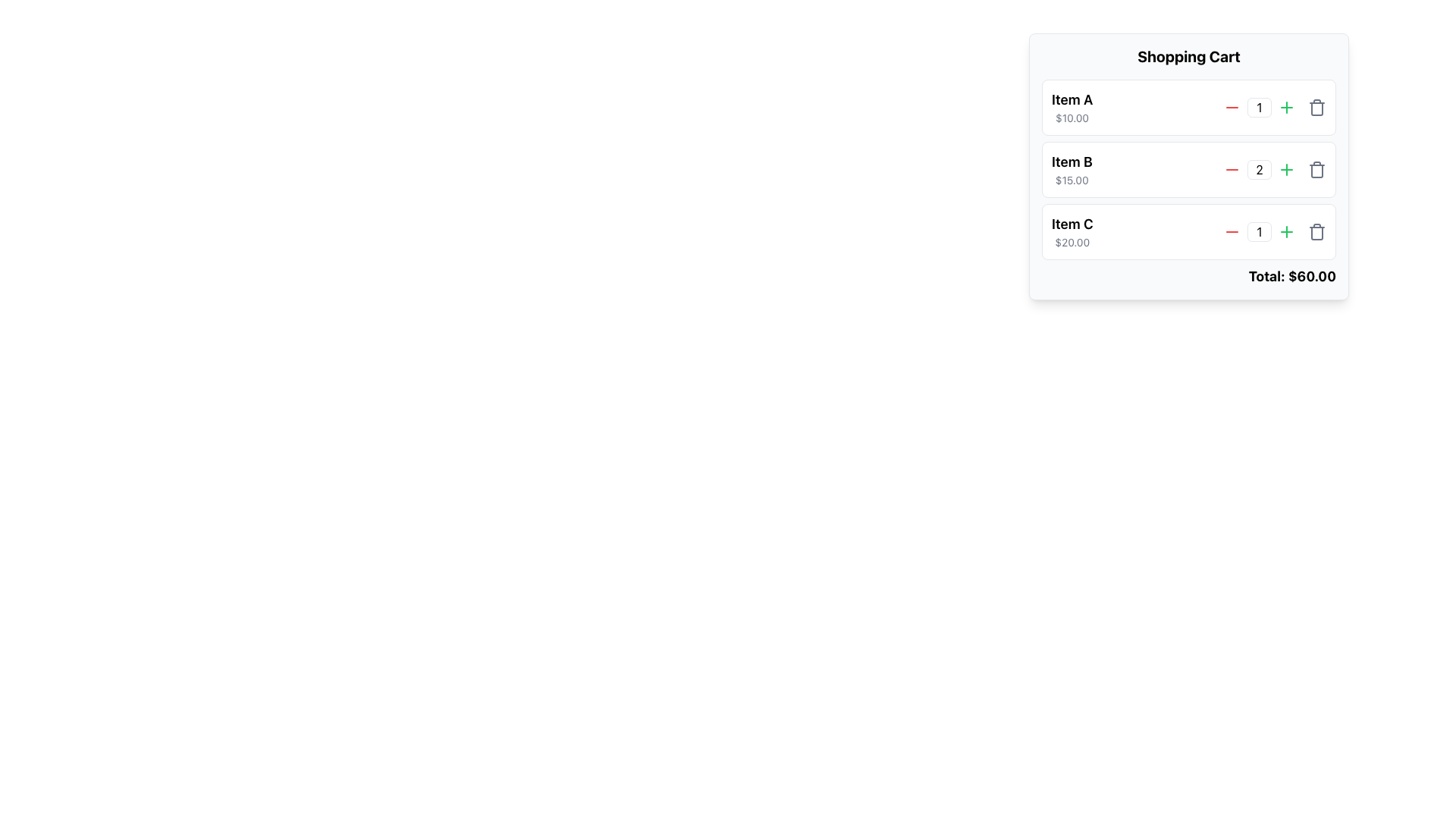 This screenshot has height=819, width=1456. I want to click on the static text displaying the price of 'Item C' in the shopping cart interface, which is located below the label 'Item C', so click(1072, 242).